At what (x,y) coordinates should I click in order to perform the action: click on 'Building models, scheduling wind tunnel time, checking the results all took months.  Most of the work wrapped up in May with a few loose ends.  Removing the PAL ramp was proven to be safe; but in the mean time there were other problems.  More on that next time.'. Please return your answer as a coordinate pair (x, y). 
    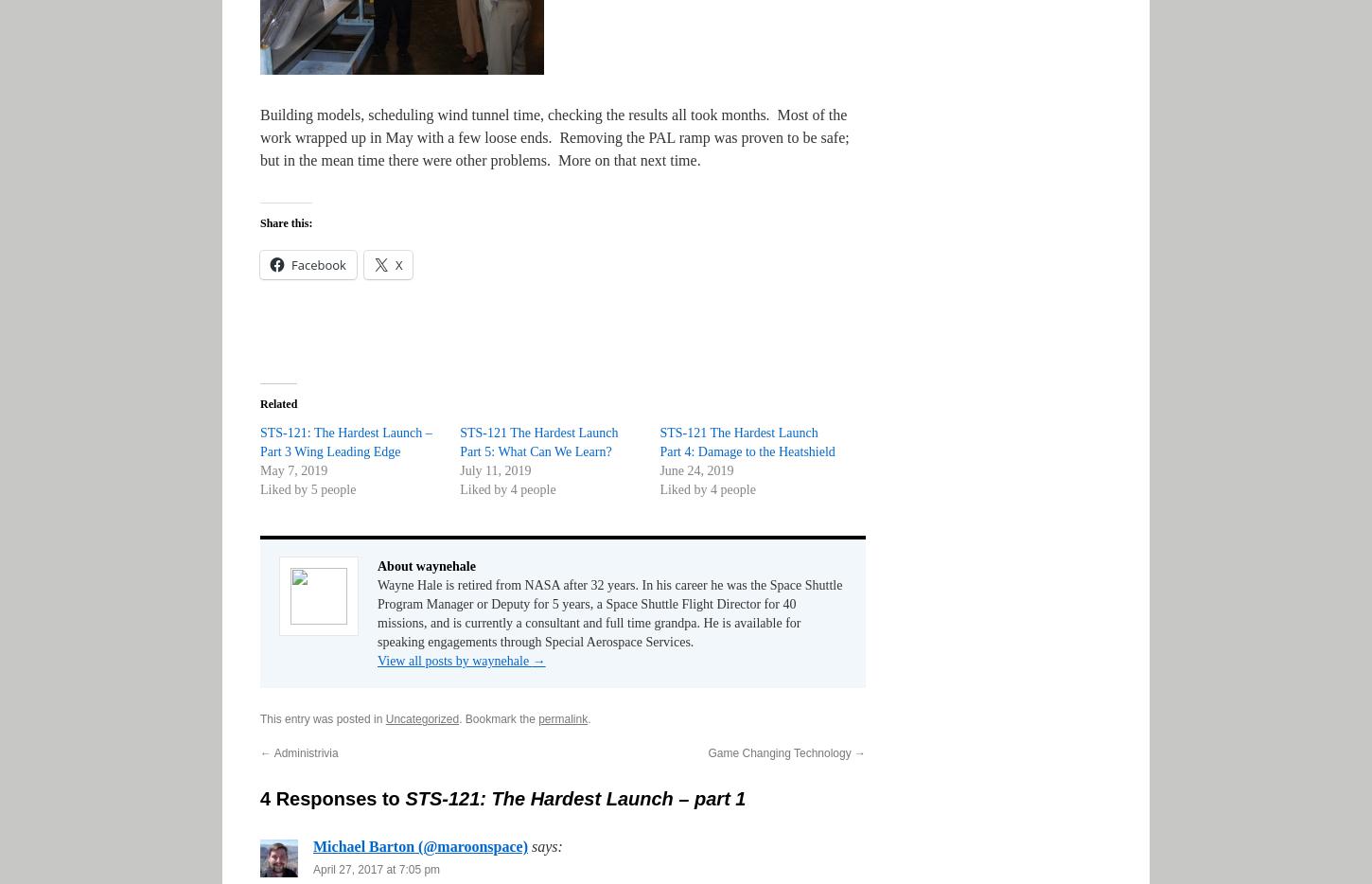
    Looking at the image, I should click on (554, 137).